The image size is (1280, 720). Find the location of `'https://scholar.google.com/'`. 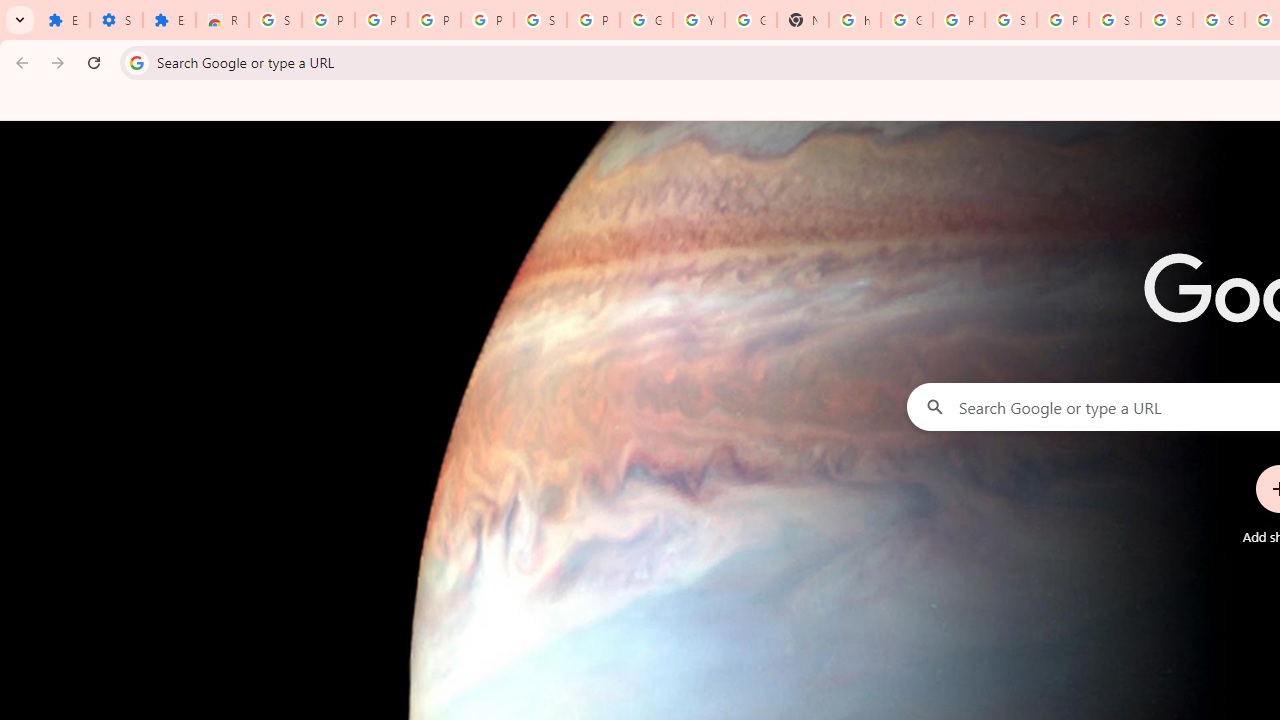

'https://scholar.google.com/' is located at coordinates (855, 20).